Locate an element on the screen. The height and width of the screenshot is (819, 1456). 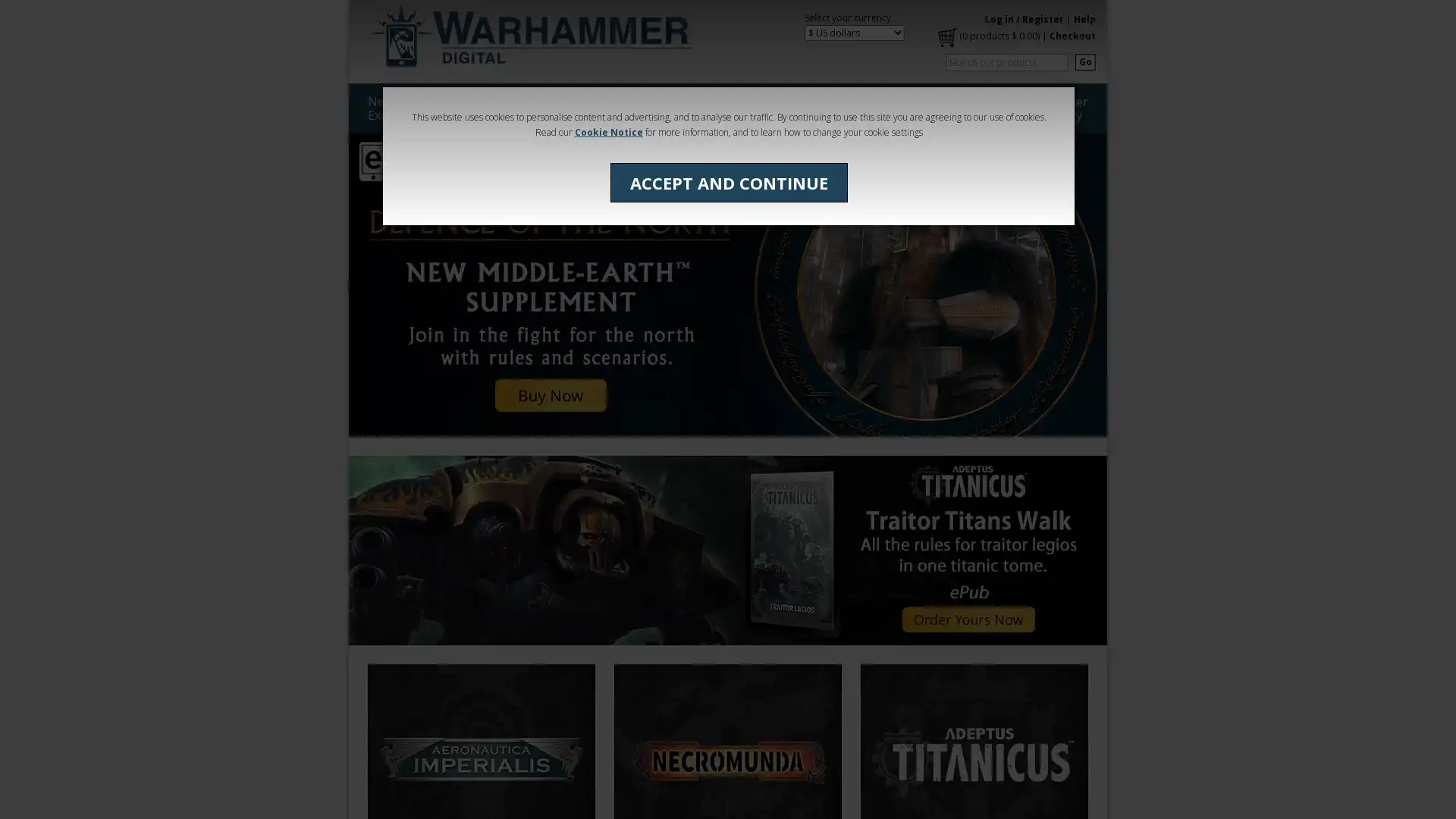
Go is located at coordinates (1084, 61).